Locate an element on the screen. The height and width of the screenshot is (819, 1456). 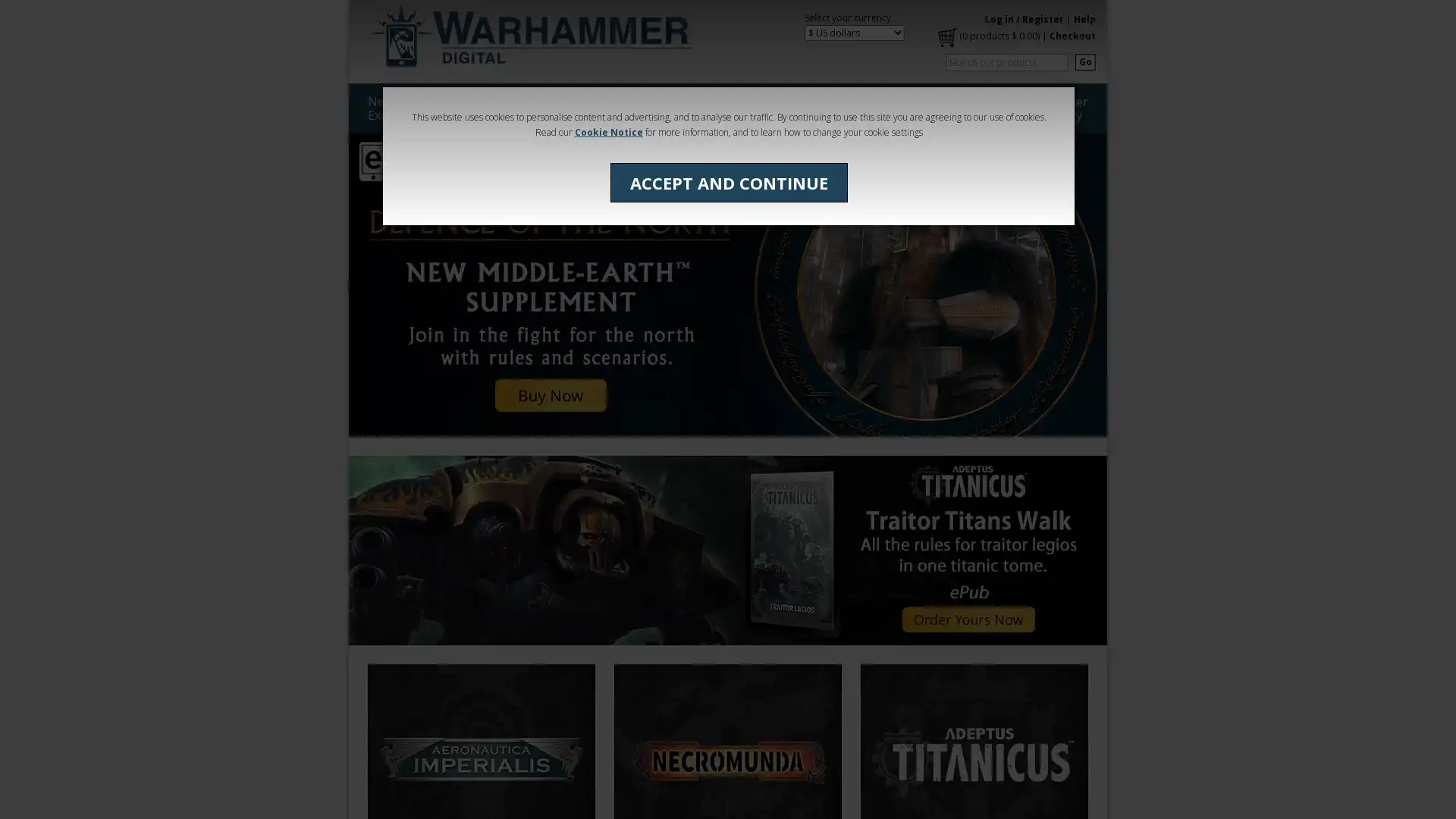
Go is located at coordinates (1084, 61).